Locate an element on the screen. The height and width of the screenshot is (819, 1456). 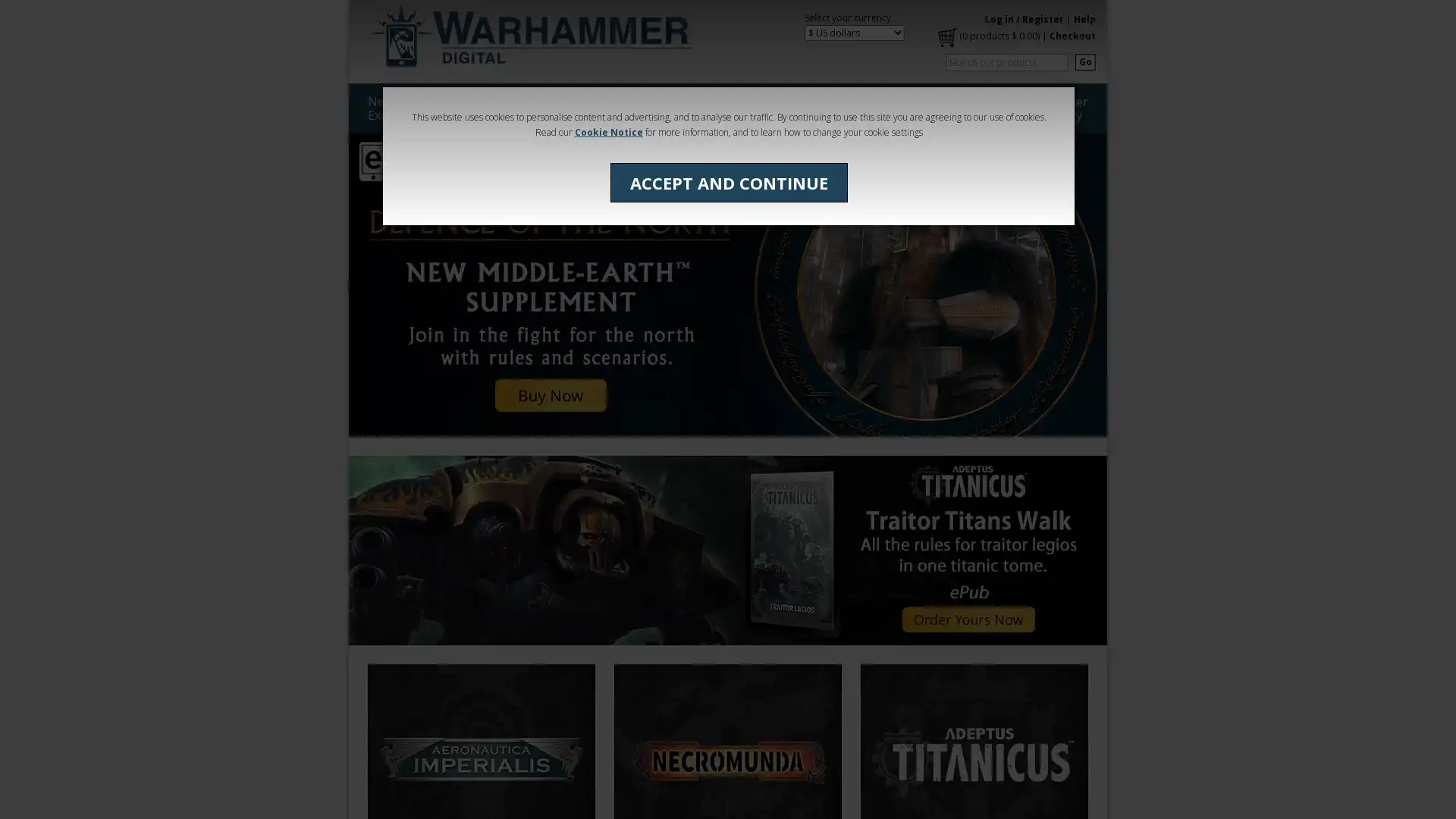
Go is located at coordinates (1084, 61).